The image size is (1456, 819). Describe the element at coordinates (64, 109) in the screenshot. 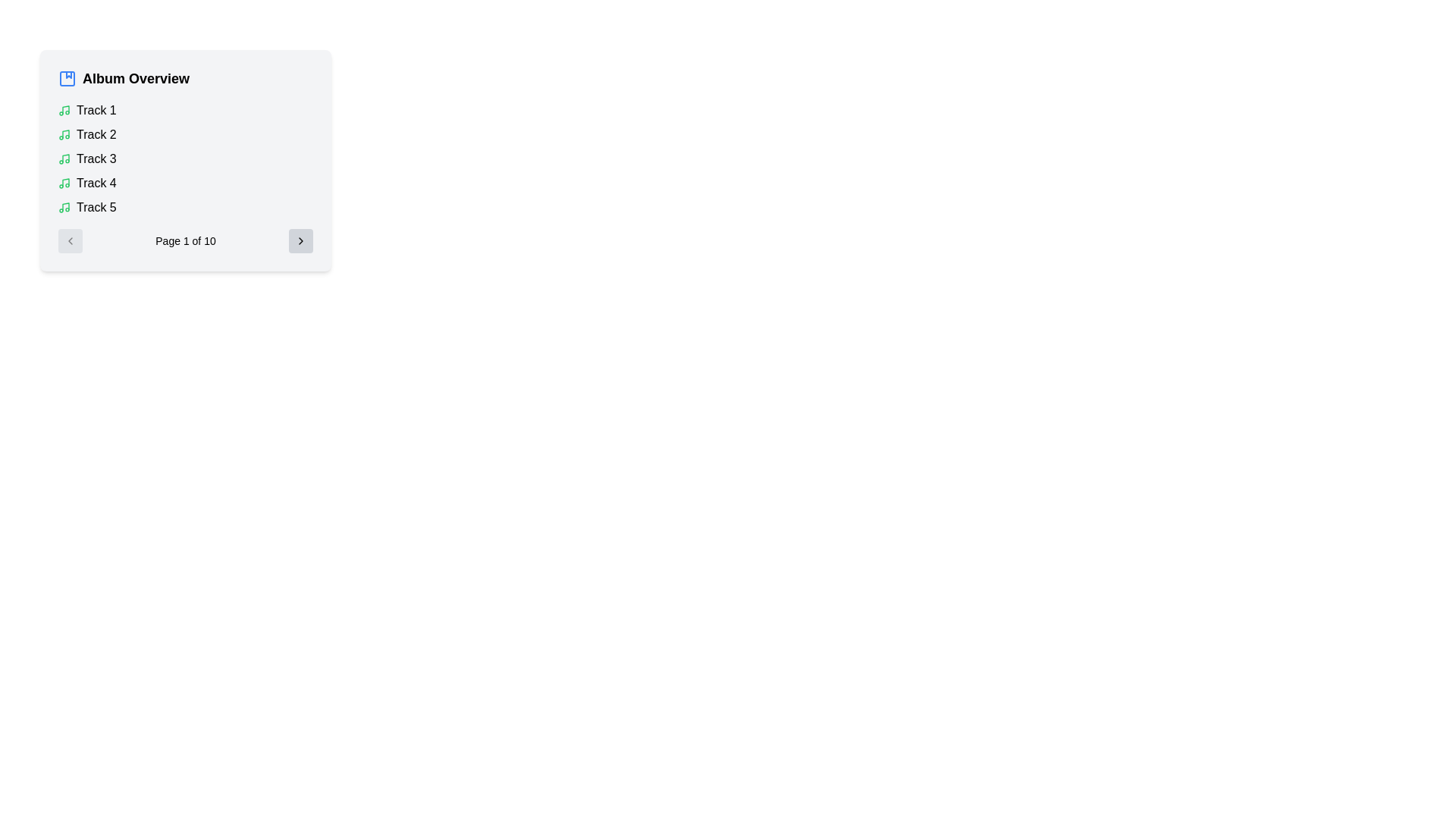

I see `the first musical note icon in the 'Album Overview' section, which is styled in green and positioned to the left of the text 'Track 1'` at that location.